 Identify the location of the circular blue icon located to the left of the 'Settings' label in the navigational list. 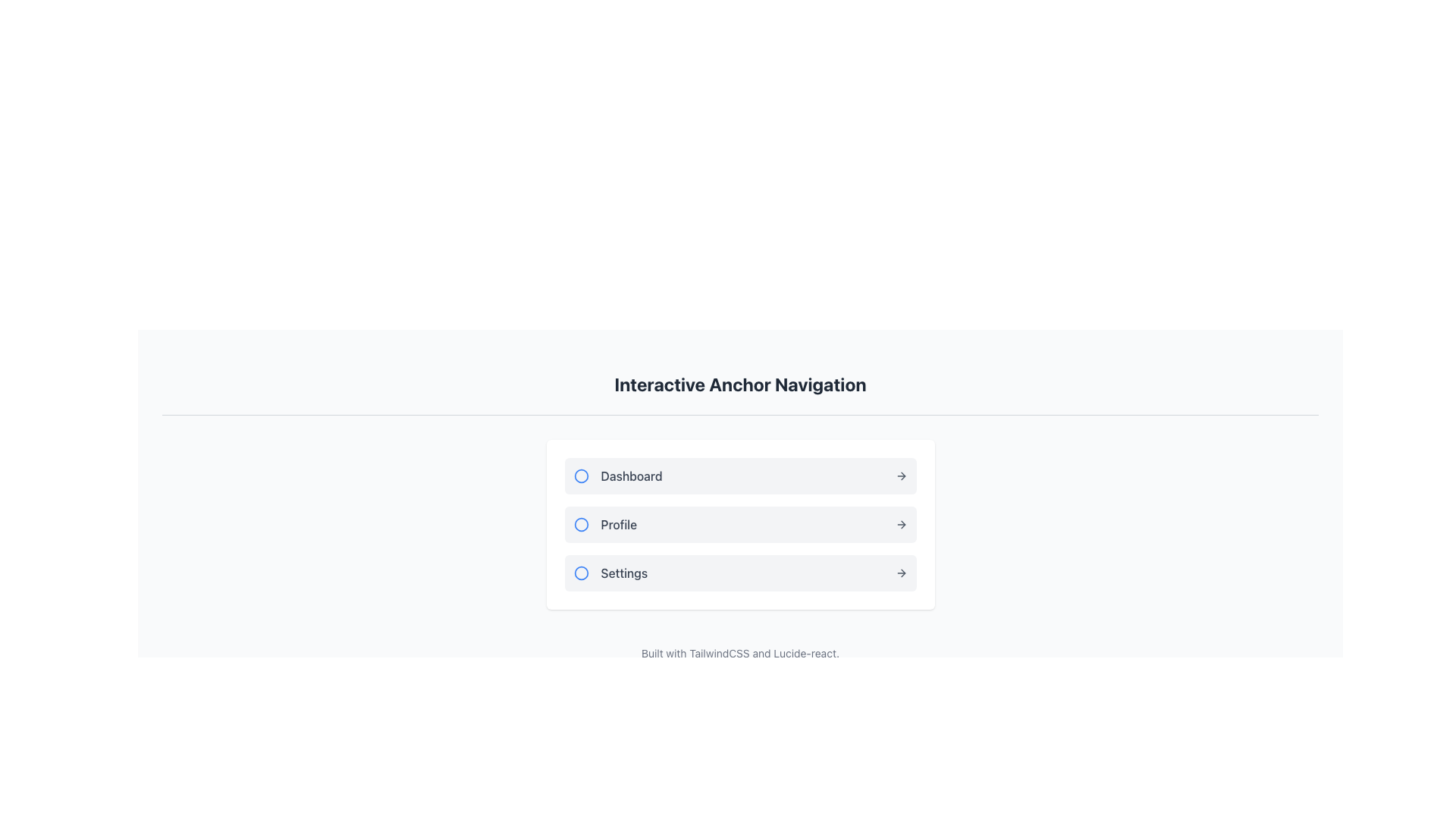
(580, 573).